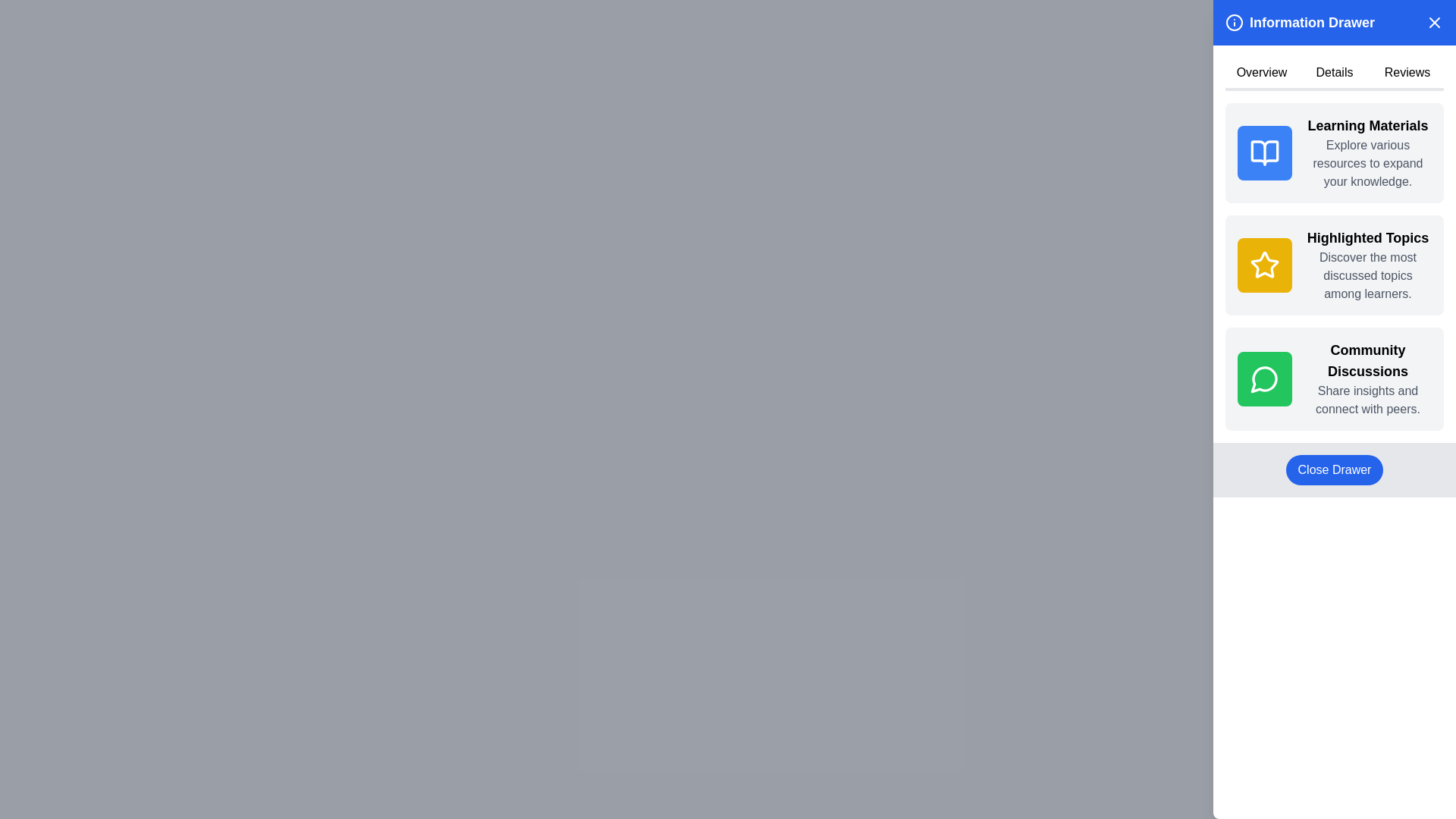 This screenshot has width=1456, height=819. I want to click on the appearance of the circular speech bubble icon outlined in green located at the top-left corner of the 'Community Discussions' card, so click(1265, 378).